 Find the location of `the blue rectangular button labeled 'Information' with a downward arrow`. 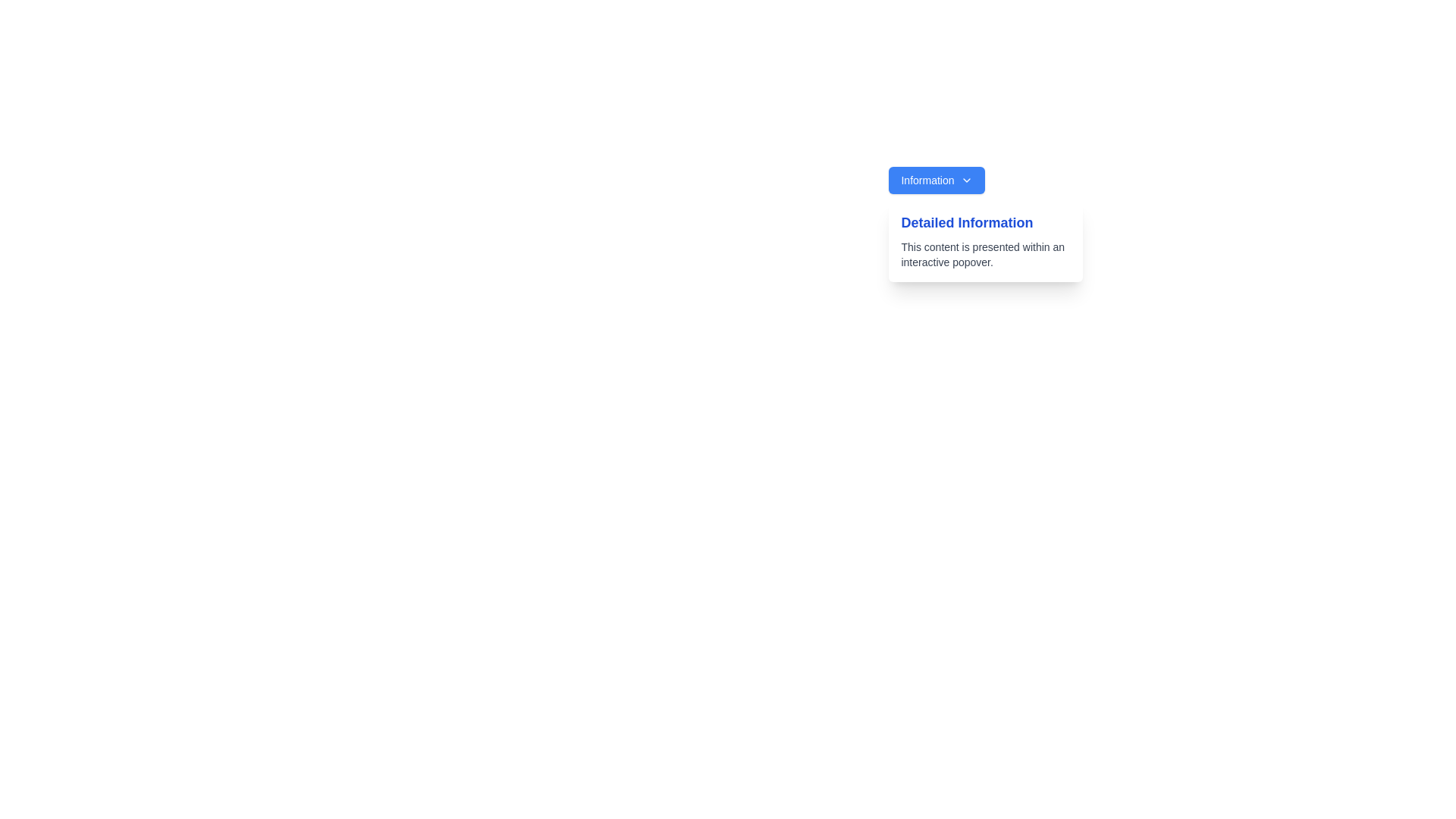

the blue rectangular button labeled 'Information' with a downward arrow is located at coordinates (936, 180).